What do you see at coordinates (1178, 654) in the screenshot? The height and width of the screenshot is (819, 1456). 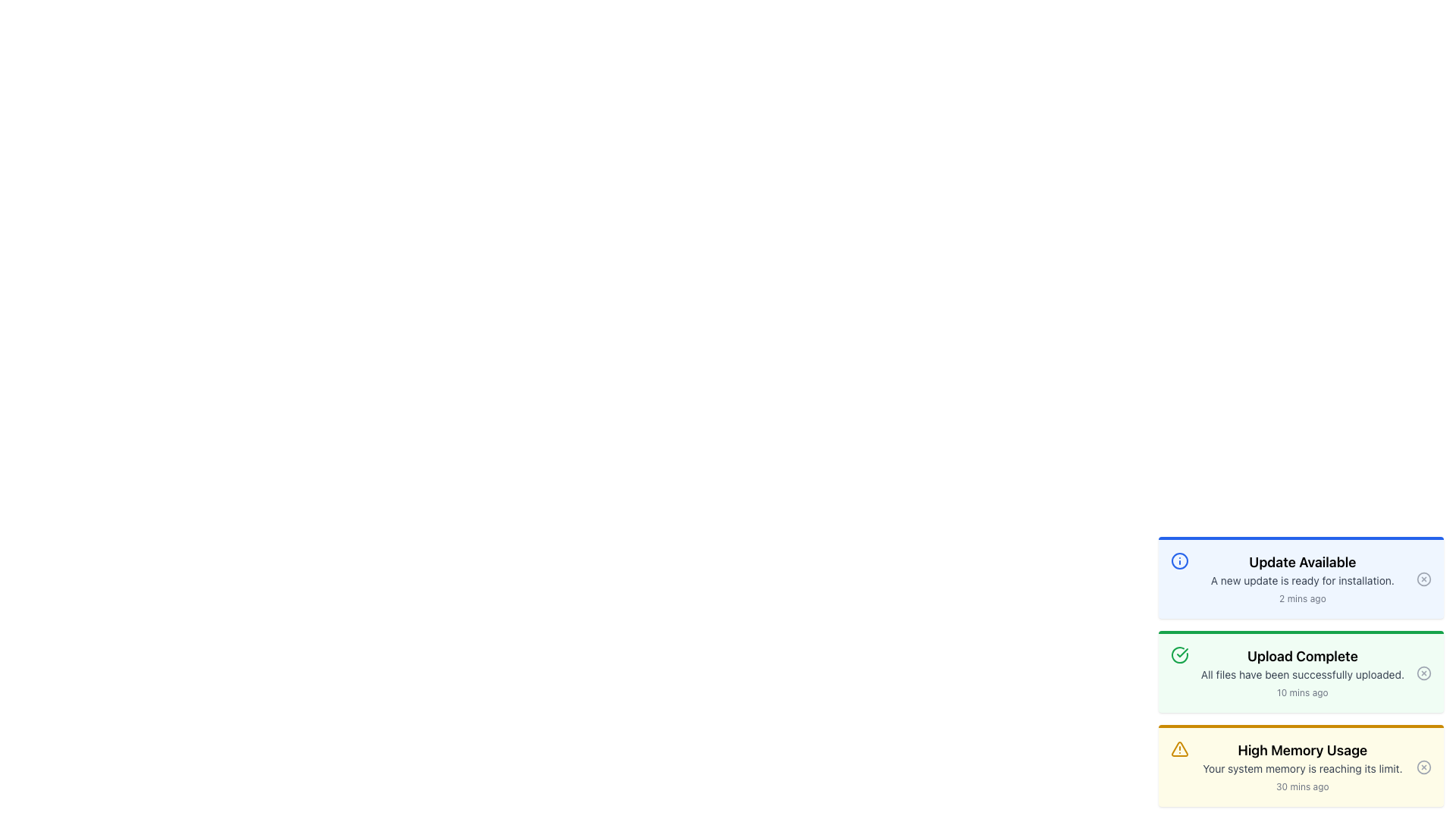 I see `the green circular icon with a checkmark inside, located in the upper-left corner of the 'Upload Complete' notification card` at bounding box center [1178, 654].